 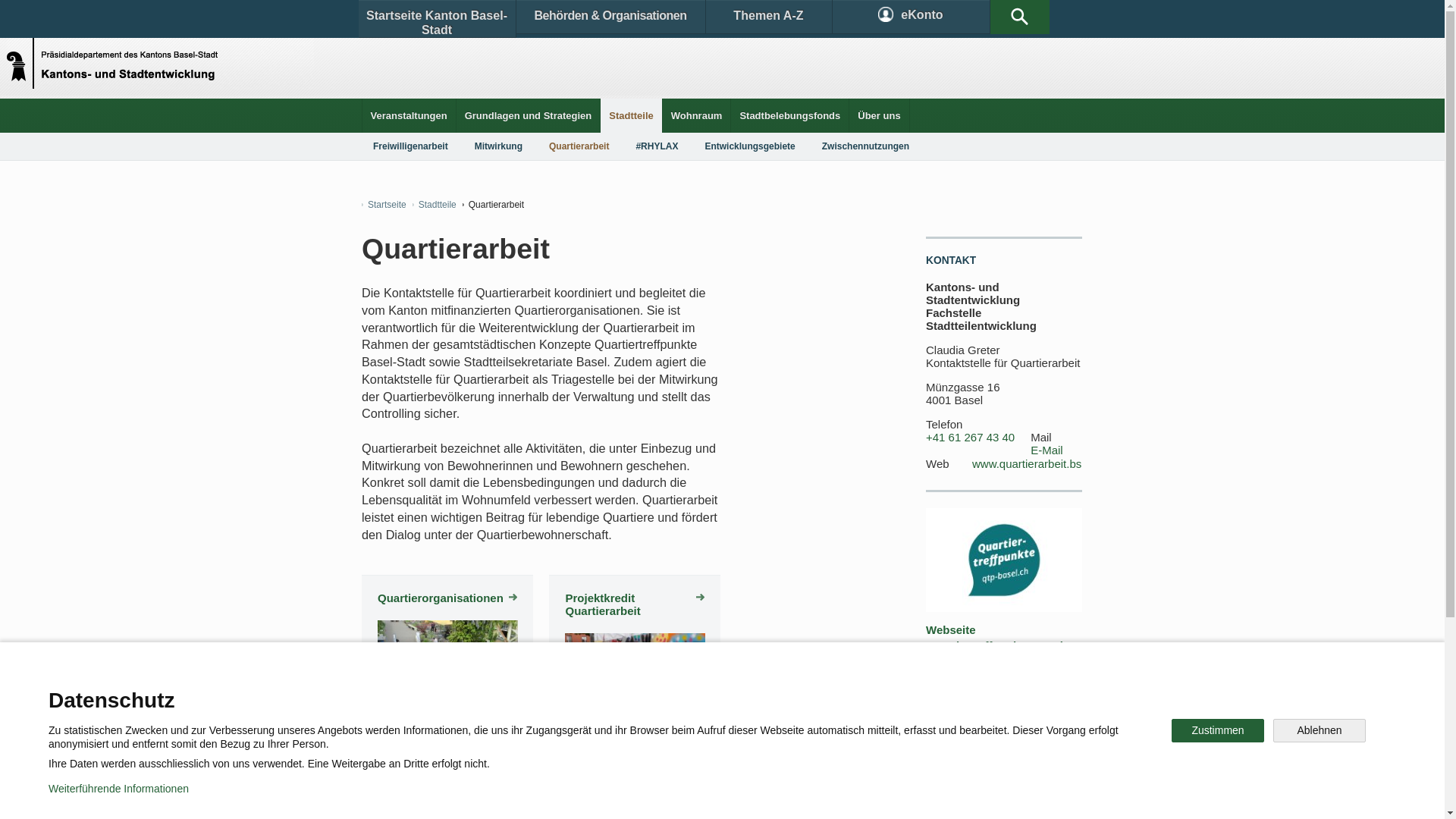 I want to click on 'Zustimmen', so click(x=1218, y=730).